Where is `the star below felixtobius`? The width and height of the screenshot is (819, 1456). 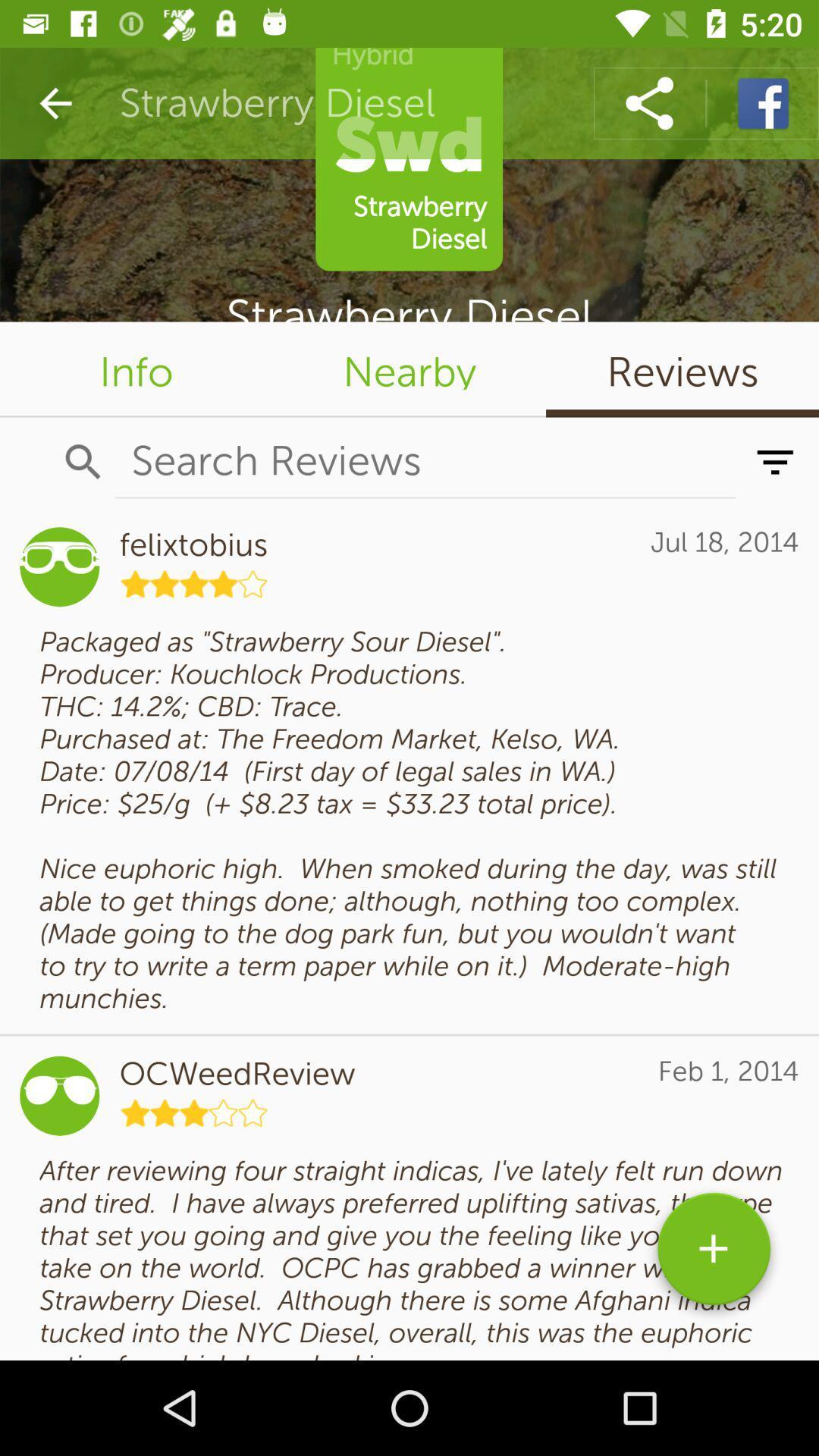 the star below felixtobius is located at coordinates (193, 582).